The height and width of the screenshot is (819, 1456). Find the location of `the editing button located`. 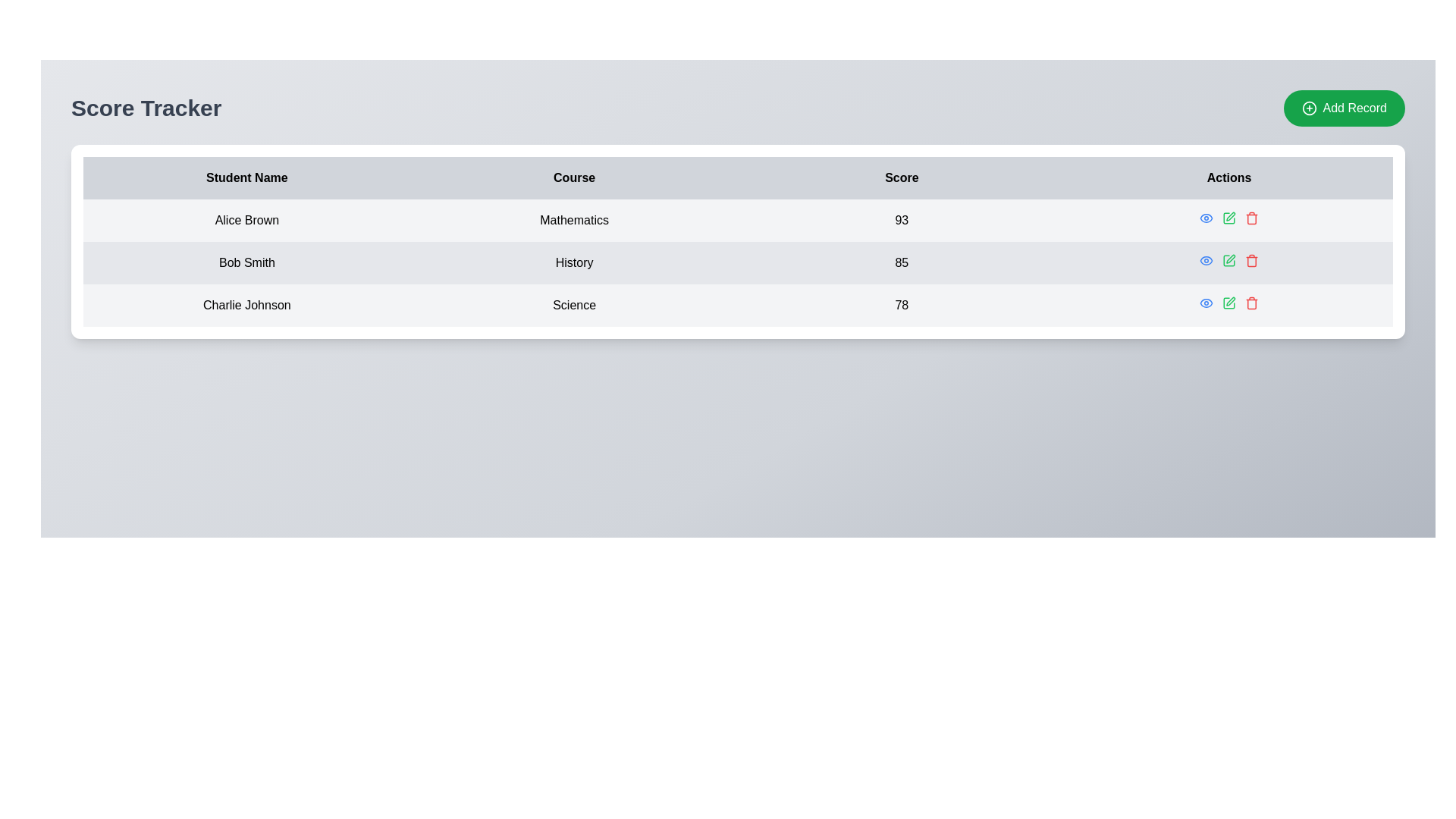

the editing button located is located at coordinates (1229, 303).